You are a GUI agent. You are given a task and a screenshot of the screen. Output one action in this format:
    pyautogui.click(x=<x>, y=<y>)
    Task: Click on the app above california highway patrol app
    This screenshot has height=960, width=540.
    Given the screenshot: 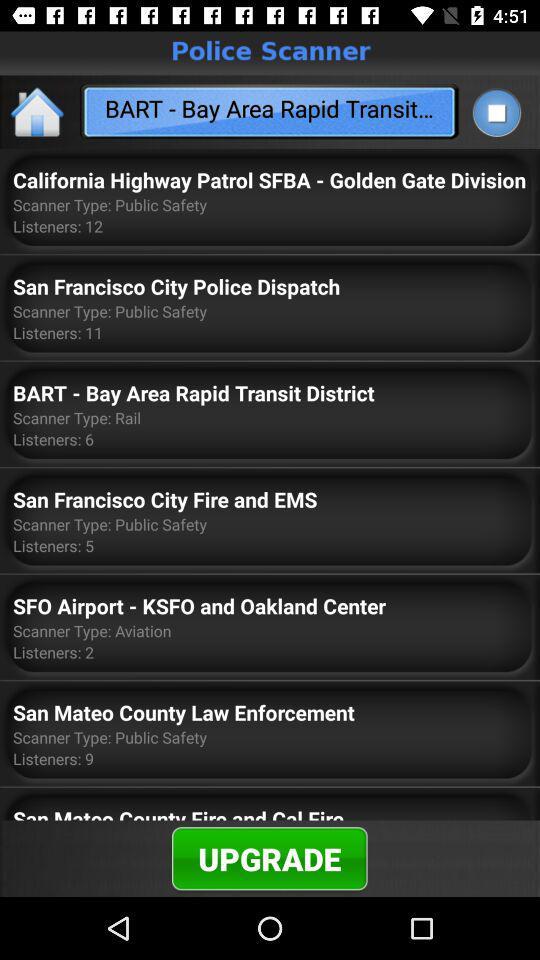 What is the action you would take?
    pyautogui.click(x=38, y=111)
    